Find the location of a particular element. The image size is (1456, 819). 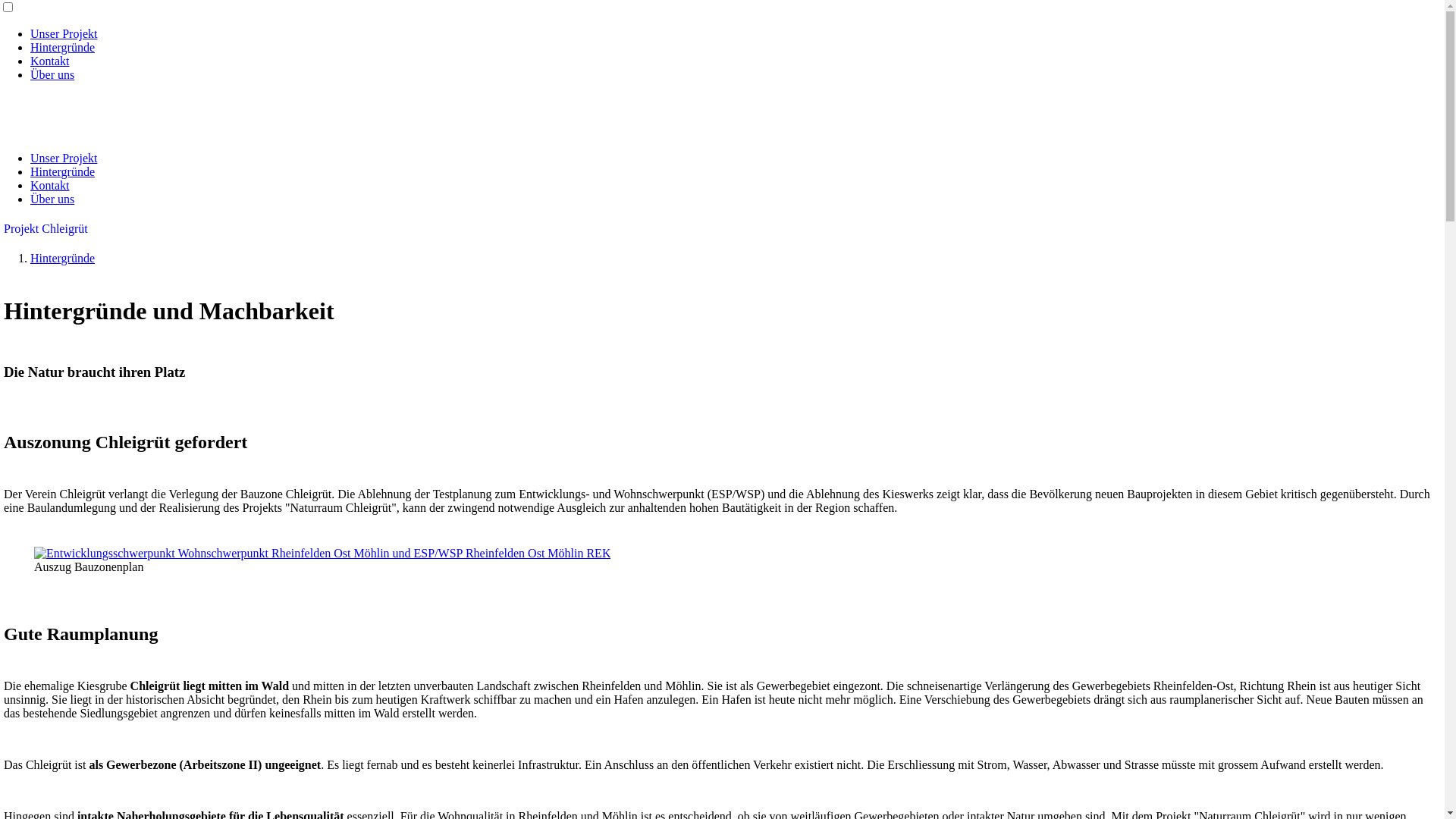

'Kontakt' is located at coordinates (50, 60).